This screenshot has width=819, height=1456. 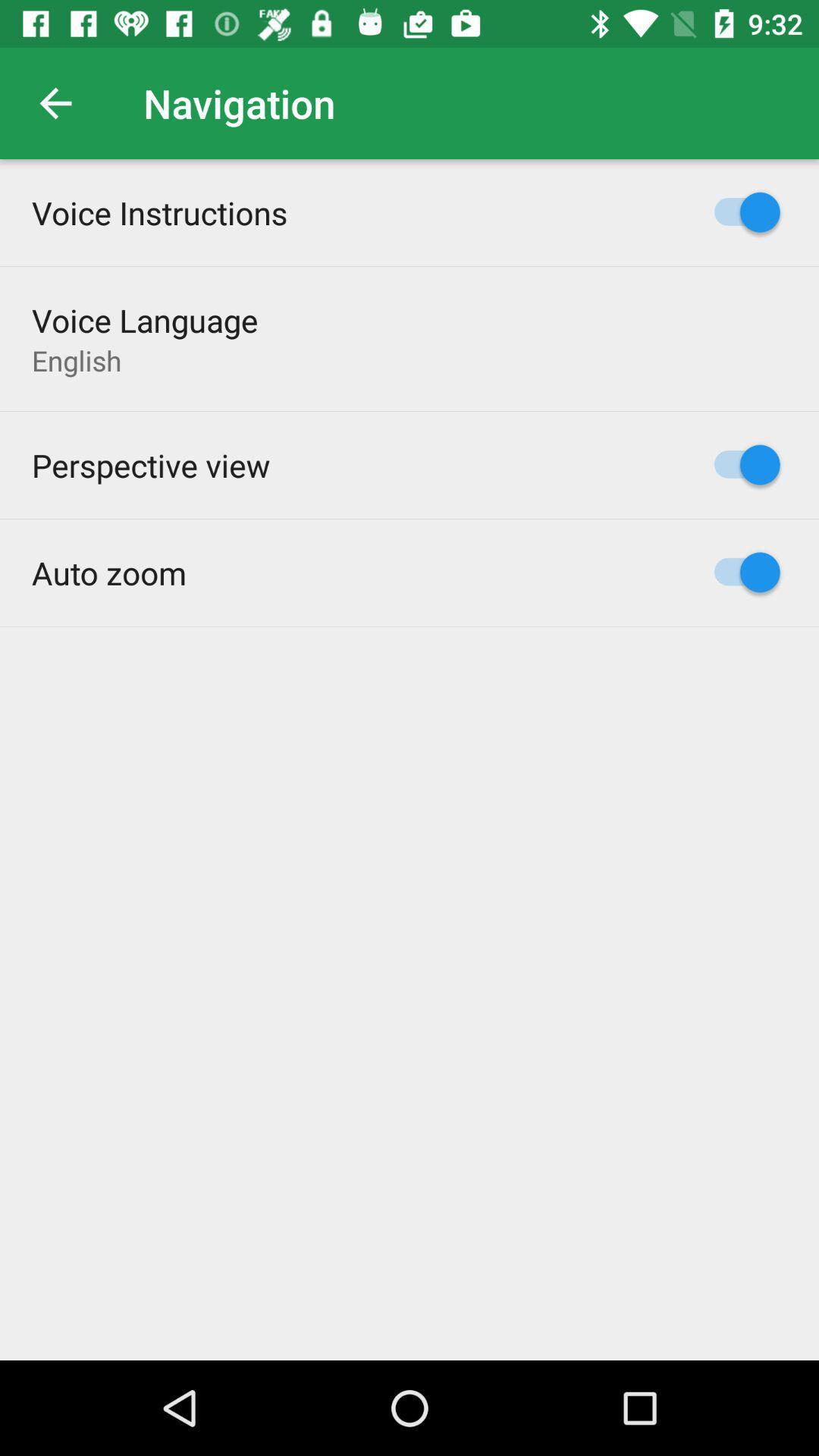 I want to click on the auto zoom on the left, so click(x=108, y=572).